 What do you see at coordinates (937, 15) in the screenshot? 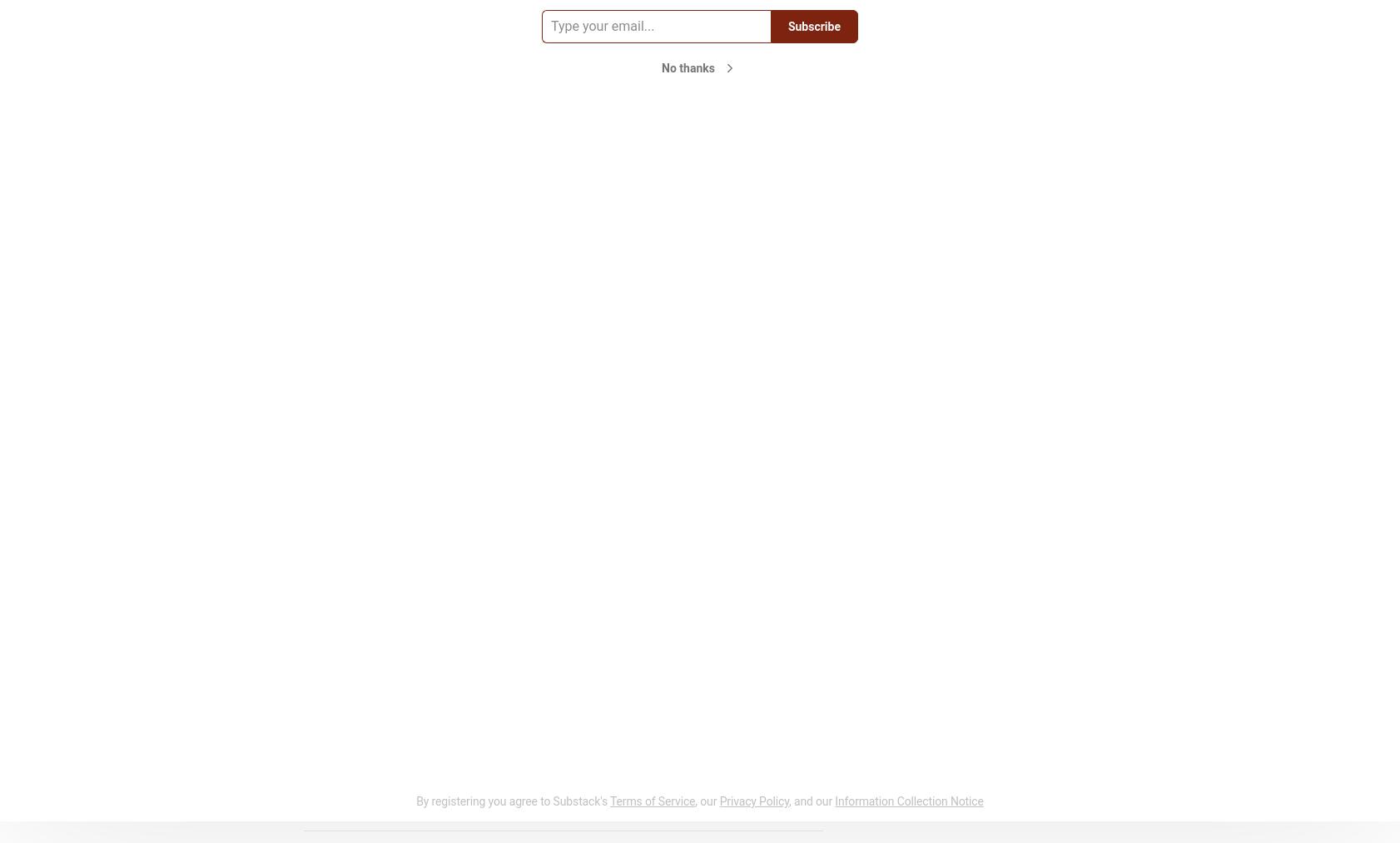
I see `'Community news from across Louisiana'` at bounding box center [937, 15].